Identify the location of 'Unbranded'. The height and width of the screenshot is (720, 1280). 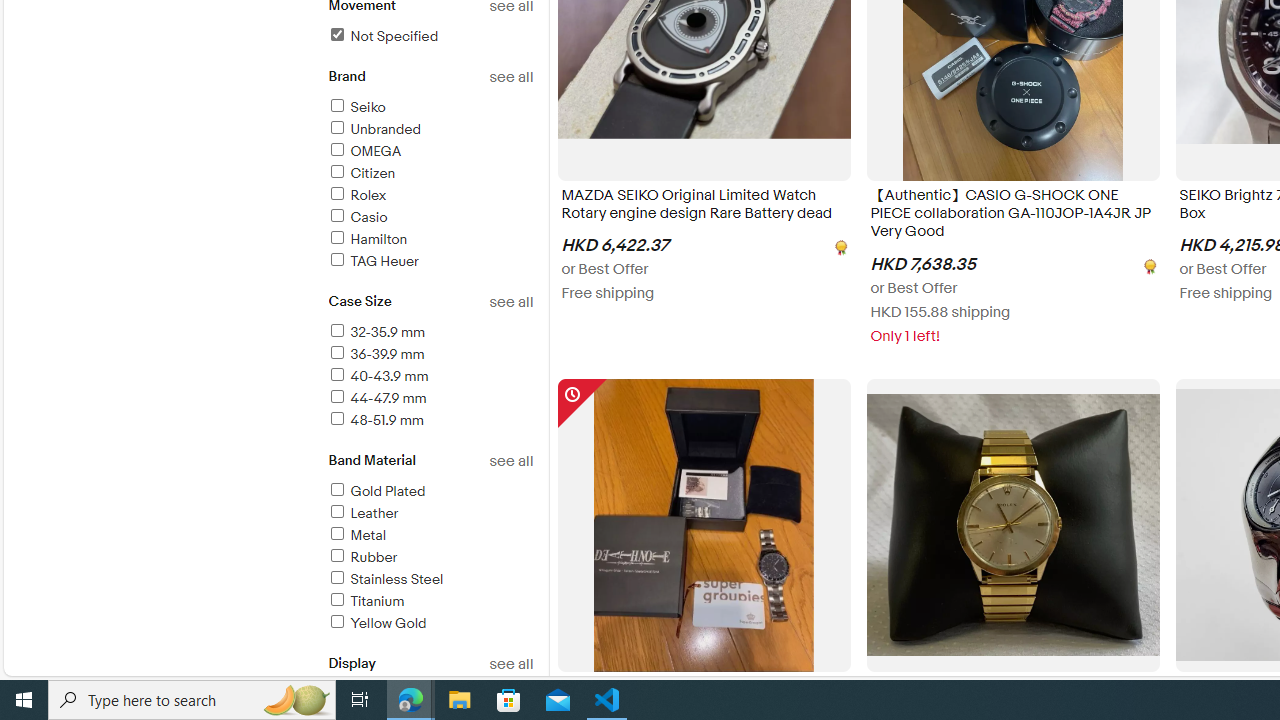
(429, 130).